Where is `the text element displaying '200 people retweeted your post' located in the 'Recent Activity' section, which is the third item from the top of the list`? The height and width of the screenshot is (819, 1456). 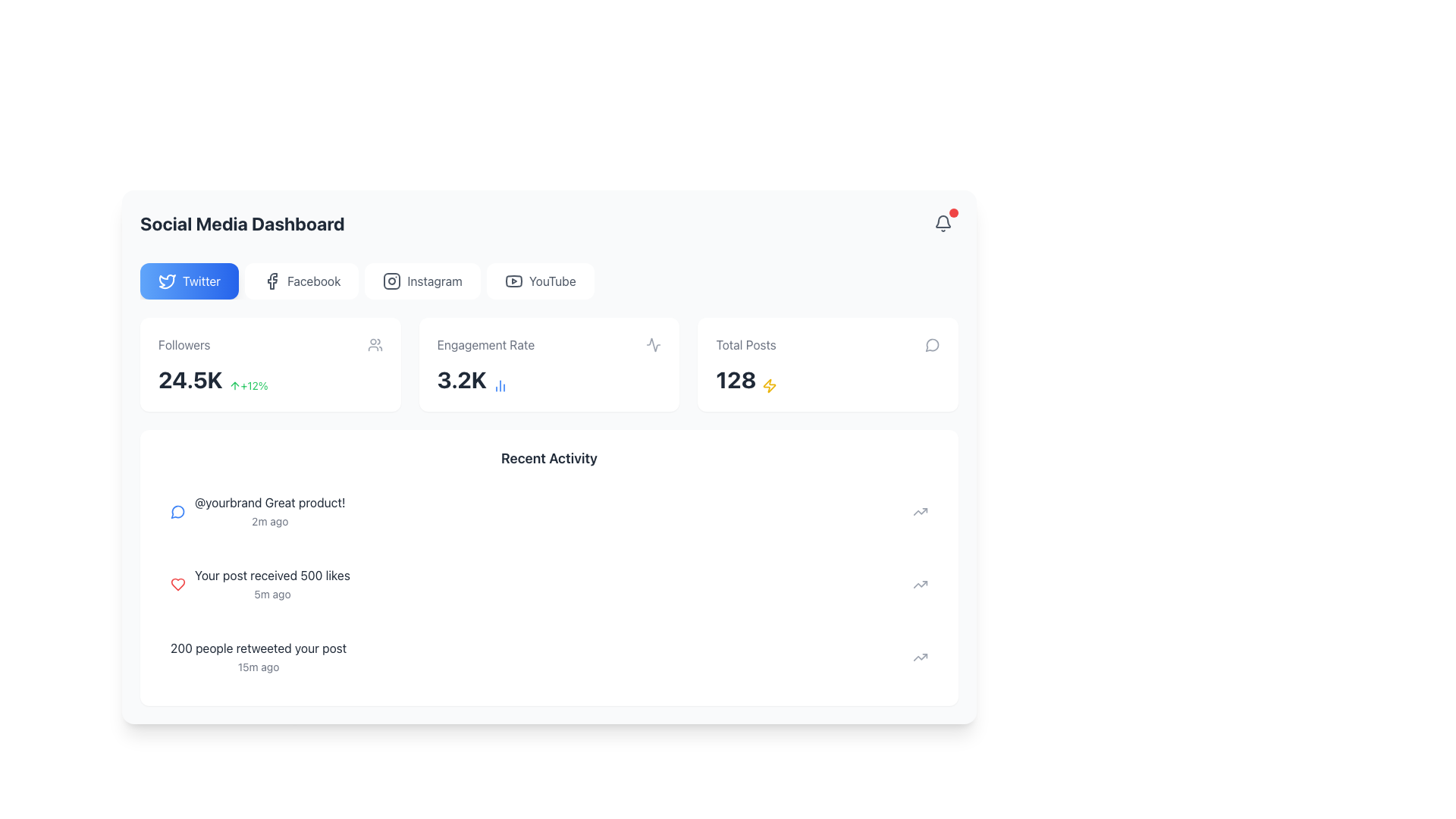
the text element displaying '200 people retweeted your post' located in the 'Recent Activity' section, which is the third item from the top of the list is located at coordinates (259, 657).